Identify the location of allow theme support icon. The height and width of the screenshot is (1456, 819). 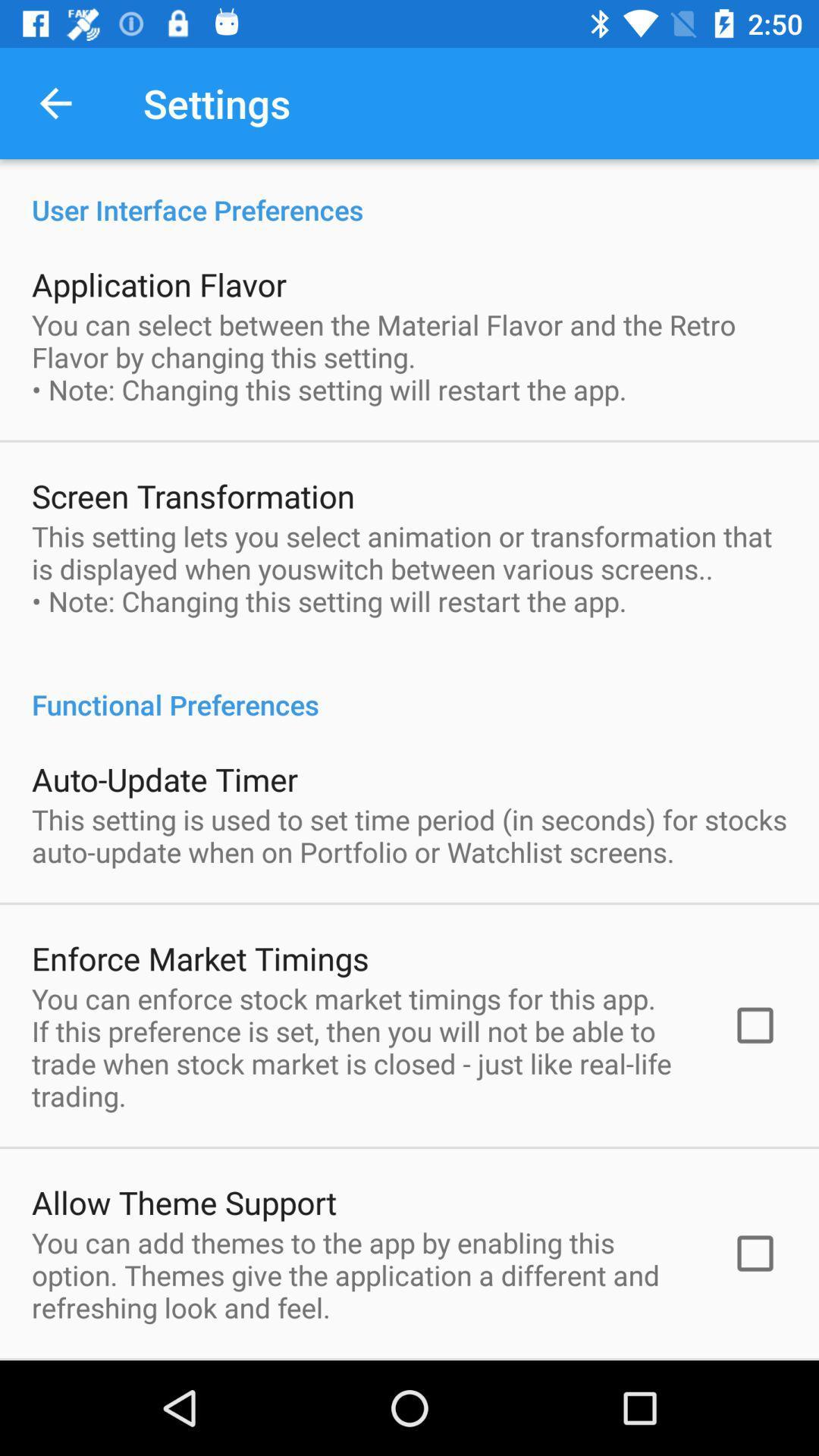
(184, 1201).